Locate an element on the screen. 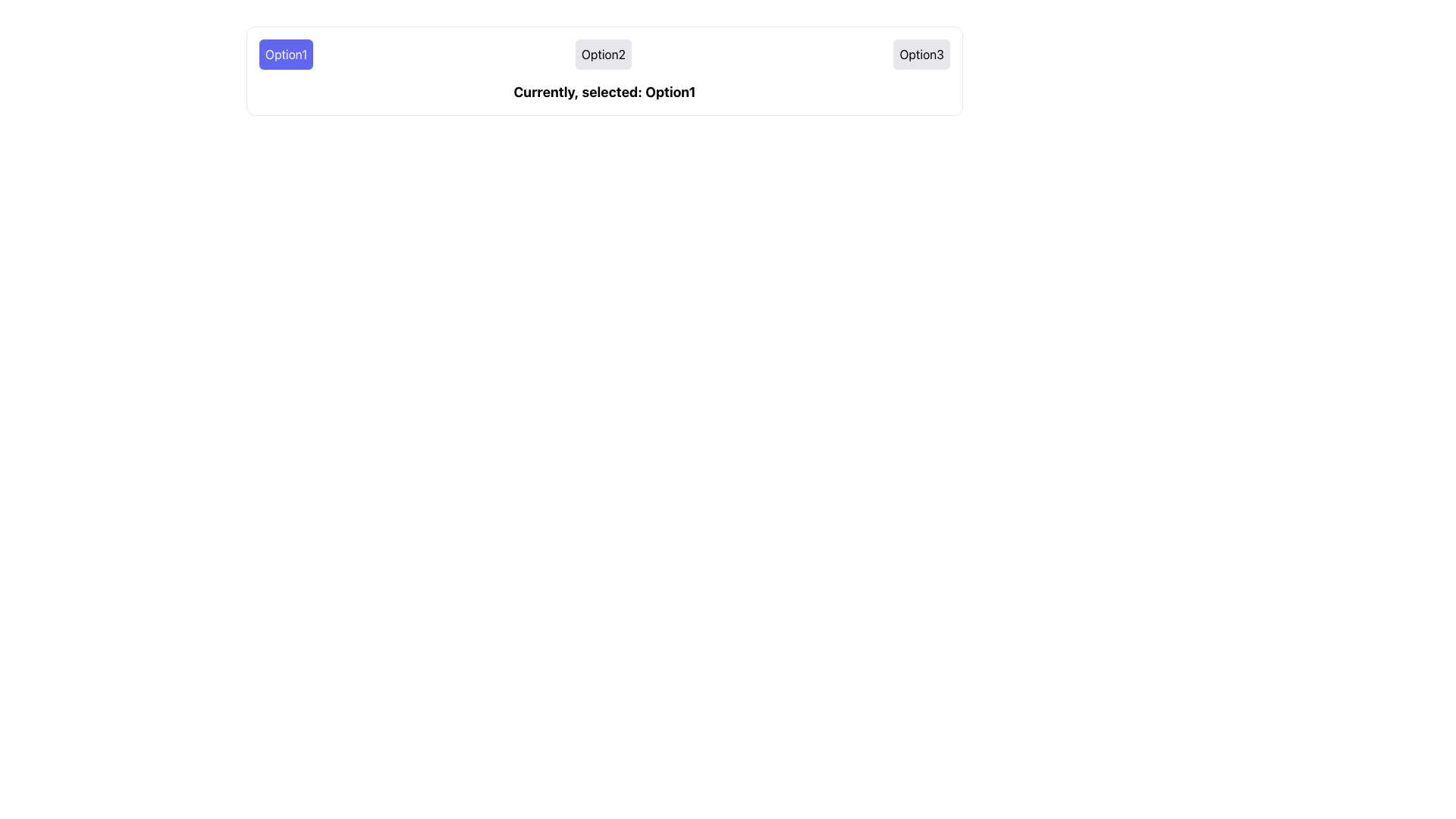  the group of clickable text elements labeled 'Option1', 'Option2', and 'Option3' is located at coordinates (604, 54).